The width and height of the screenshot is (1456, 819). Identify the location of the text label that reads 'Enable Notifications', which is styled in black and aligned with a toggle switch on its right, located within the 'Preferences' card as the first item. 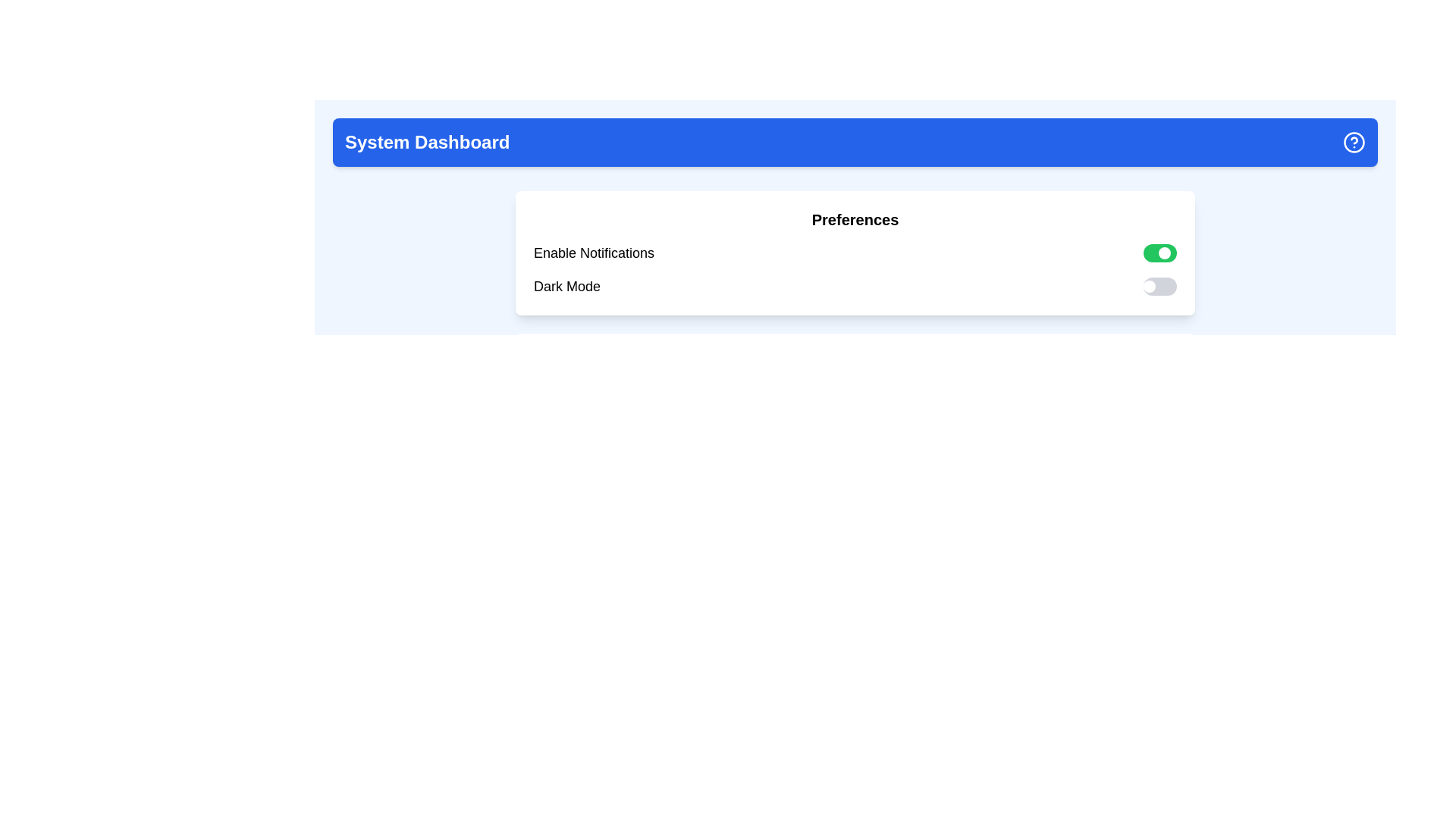
(593, 253).